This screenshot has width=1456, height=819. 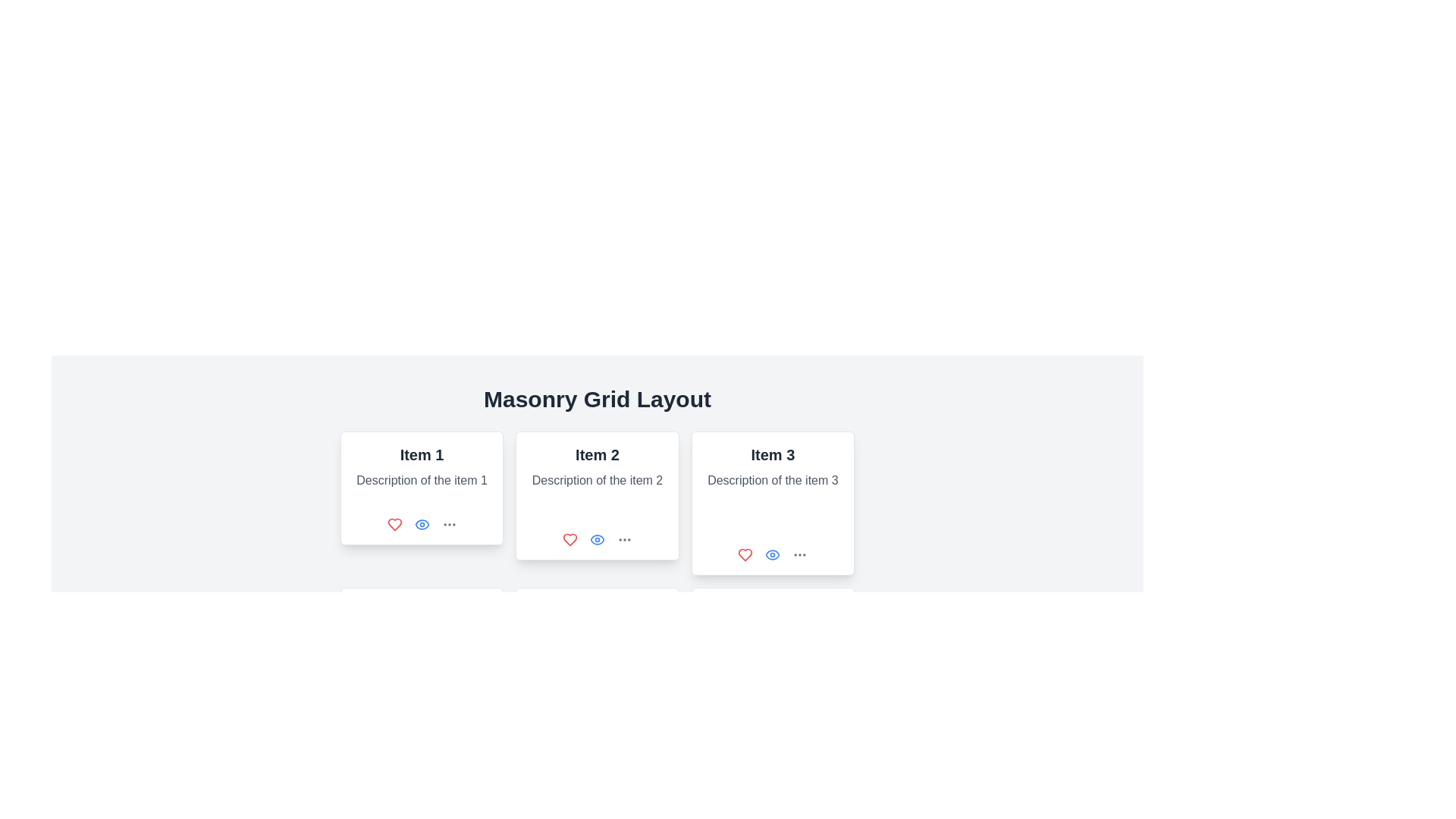 I want to click on the text content displaying 'Description of the item 2', which is located within the card layout of 'Item 2', so click(x=596, y=480).